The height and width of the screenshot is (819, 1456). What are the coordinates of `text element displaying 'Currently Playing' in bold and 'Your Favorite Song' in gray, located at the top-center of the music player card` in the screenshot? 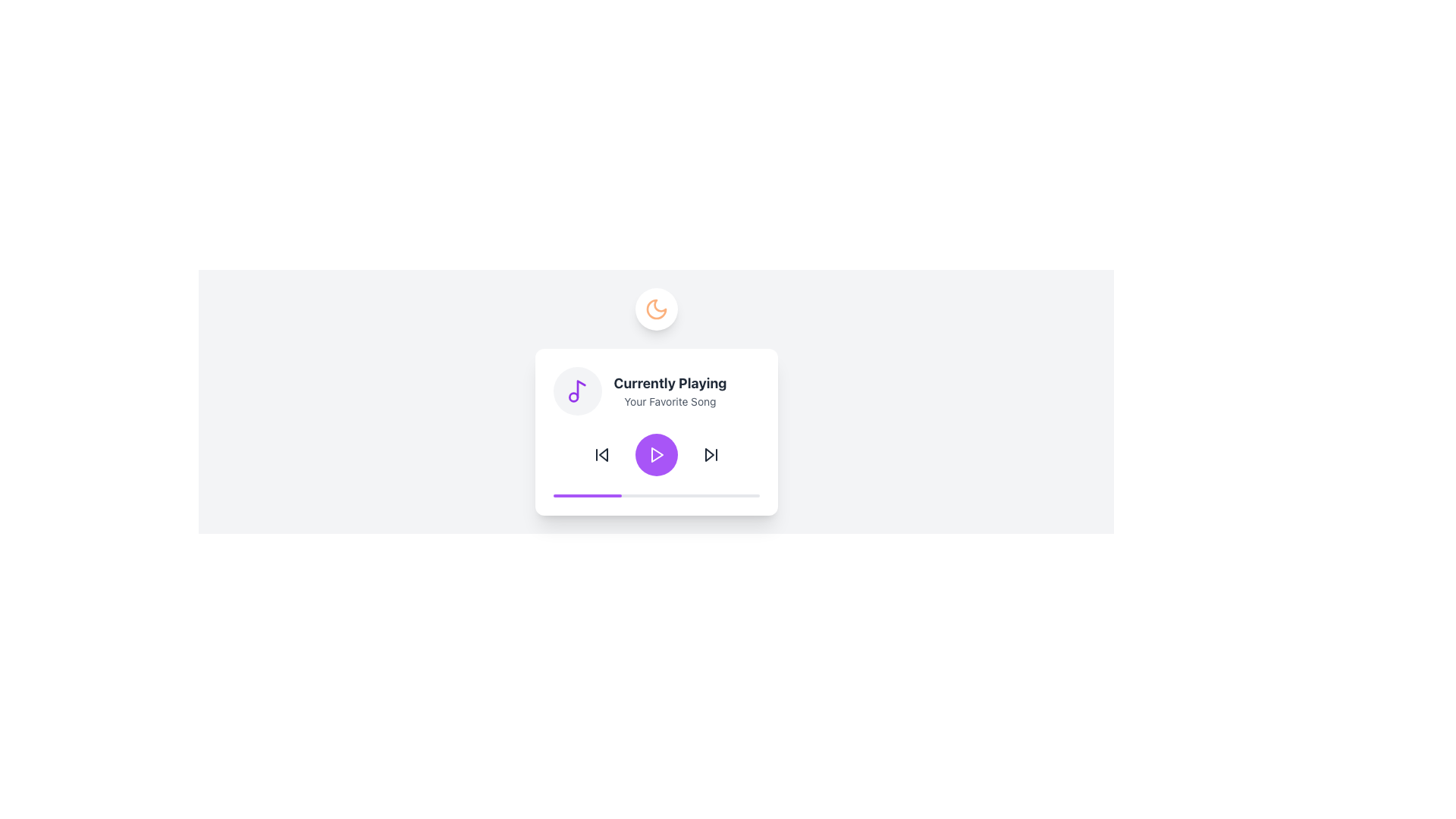 It's located at (669, 391).